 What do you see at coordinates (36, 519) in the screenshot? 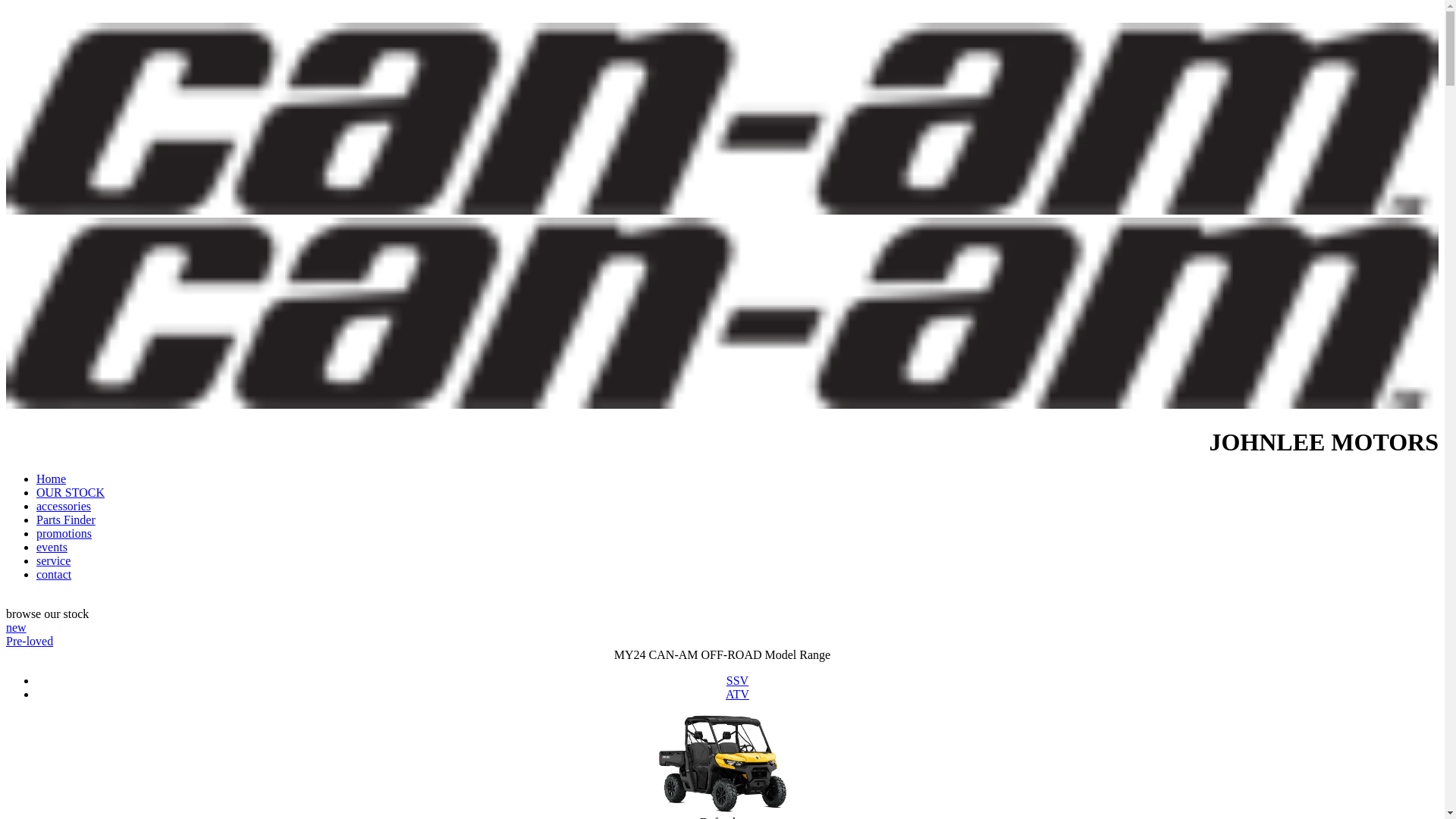
I see `'Parts Finder'` at bounding box center [36, 519].